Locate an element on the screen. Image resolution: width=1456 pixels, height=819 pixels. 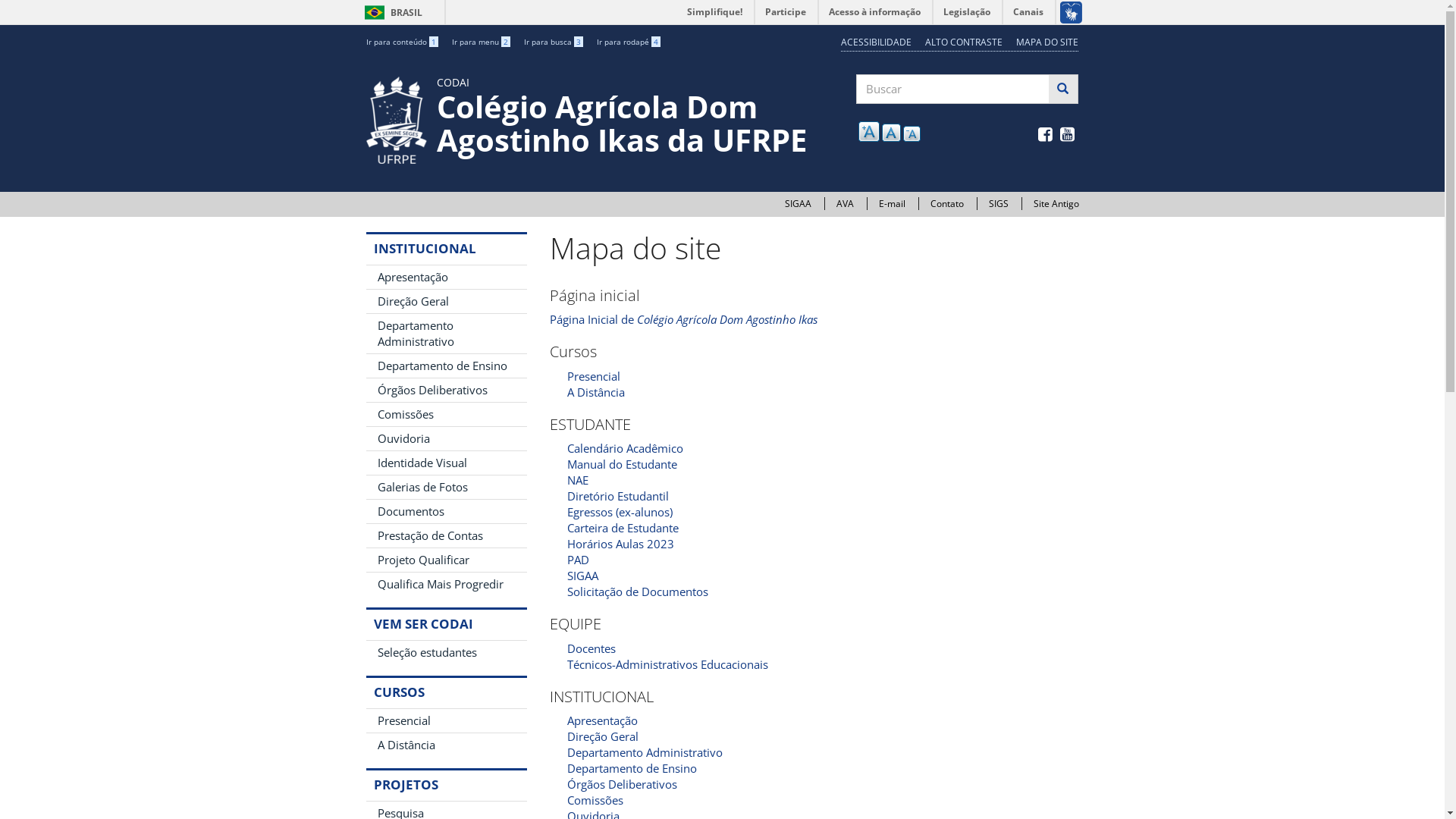
'ALTO CONTRASTE' is located at coordinates (963, 41).